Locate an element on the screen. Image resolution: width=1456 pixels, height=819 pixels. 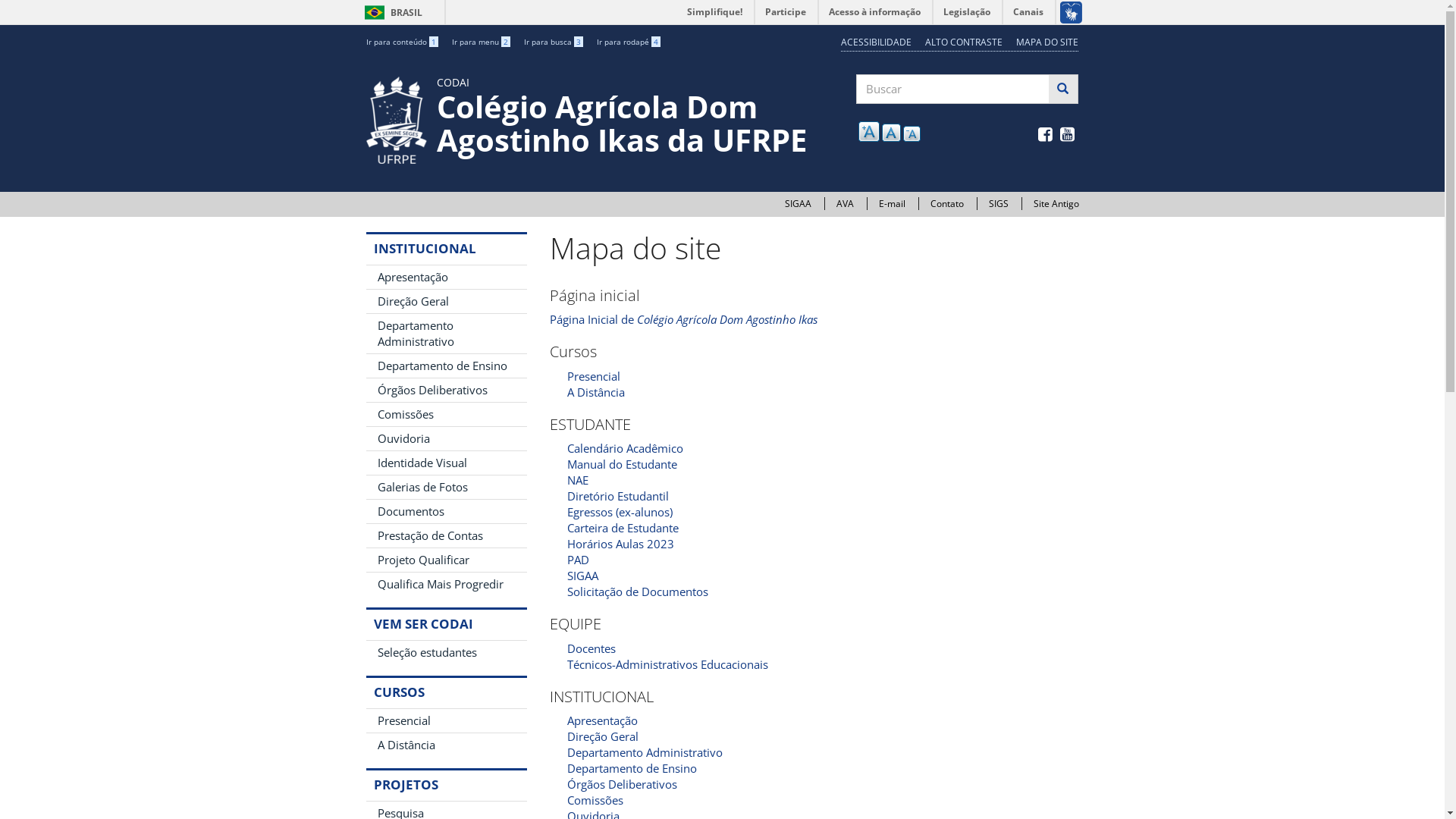
'ALTO CONTRASTE' is located at coordinates (963, 41).